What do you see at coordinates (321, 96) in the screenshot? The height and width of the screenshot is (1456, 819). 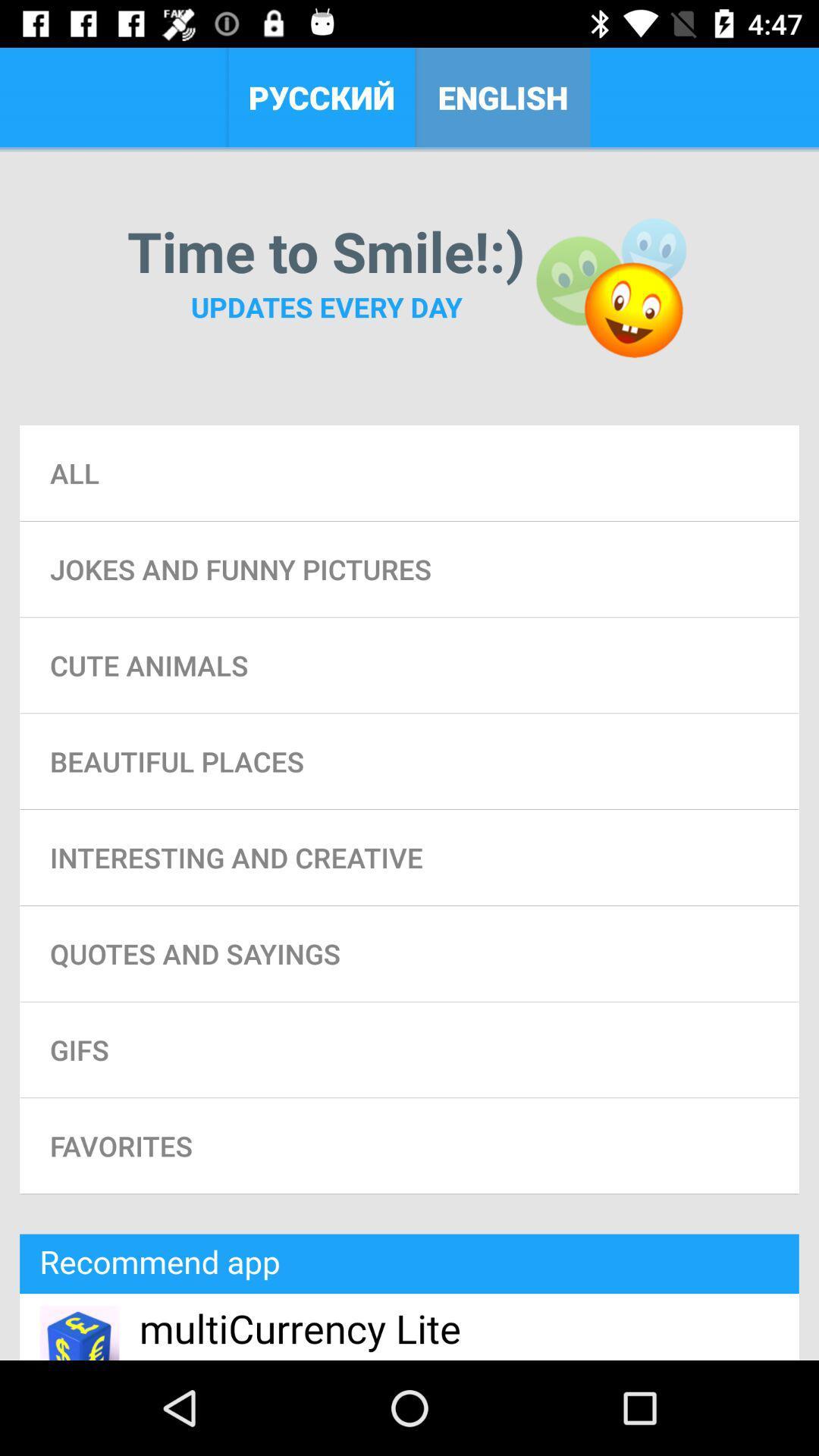 I see `icon next to the english item` at bounding box center [321, 96].